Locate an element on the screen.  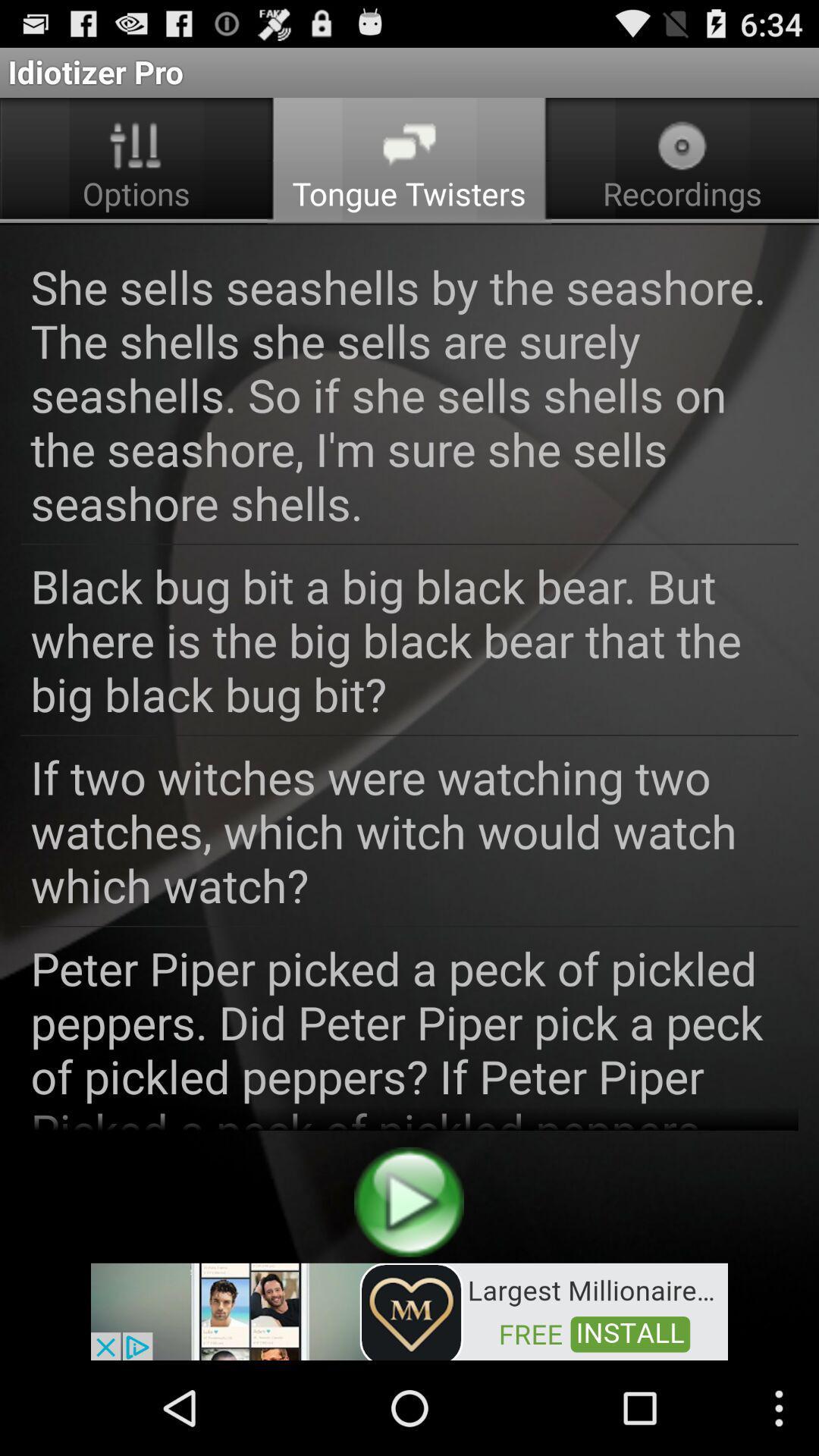
go next is located at coordinates (408, 1201).